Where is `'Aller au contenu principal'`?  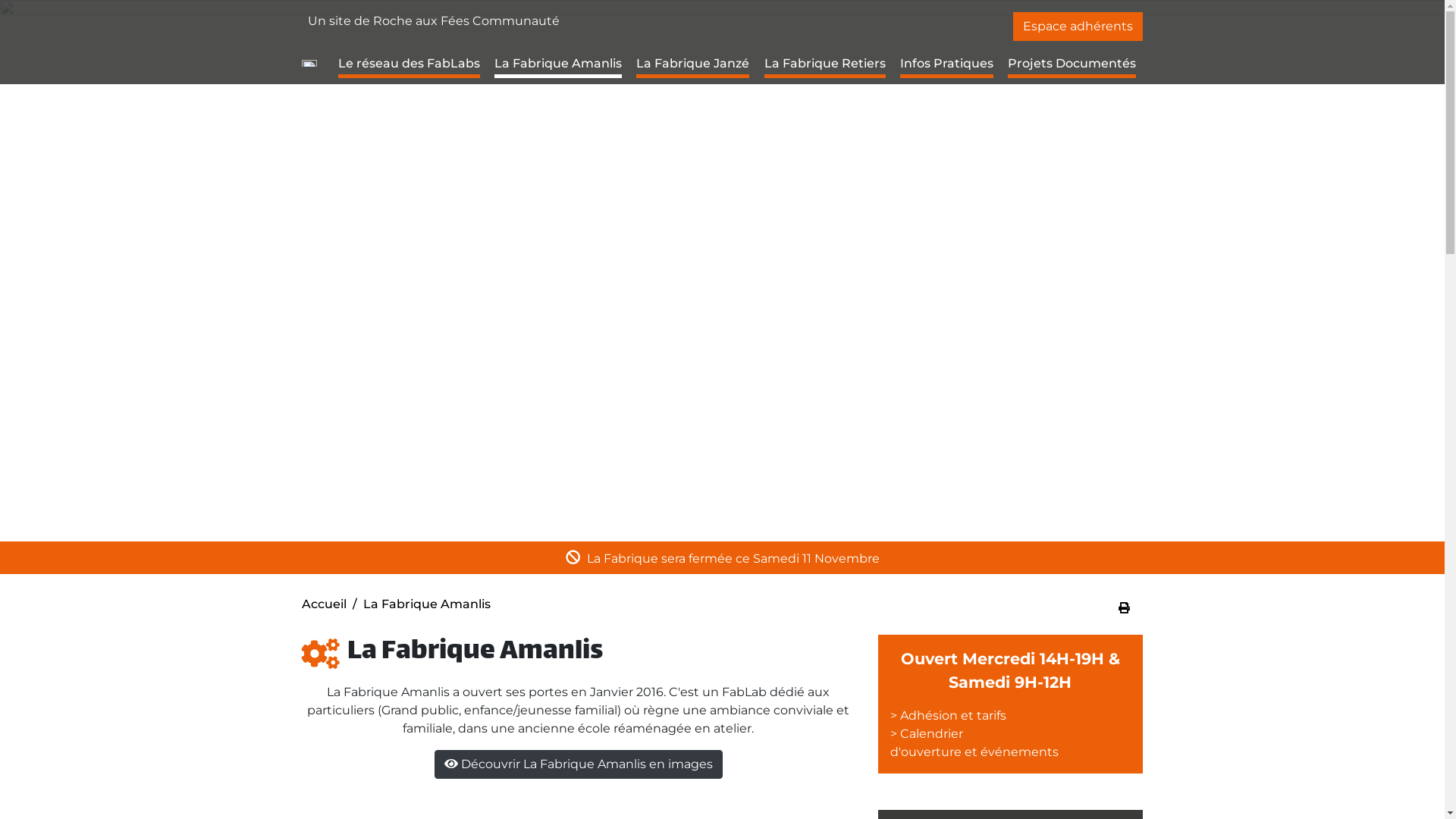
'Aller au contenu principal' is located at coordinates (720, 1).